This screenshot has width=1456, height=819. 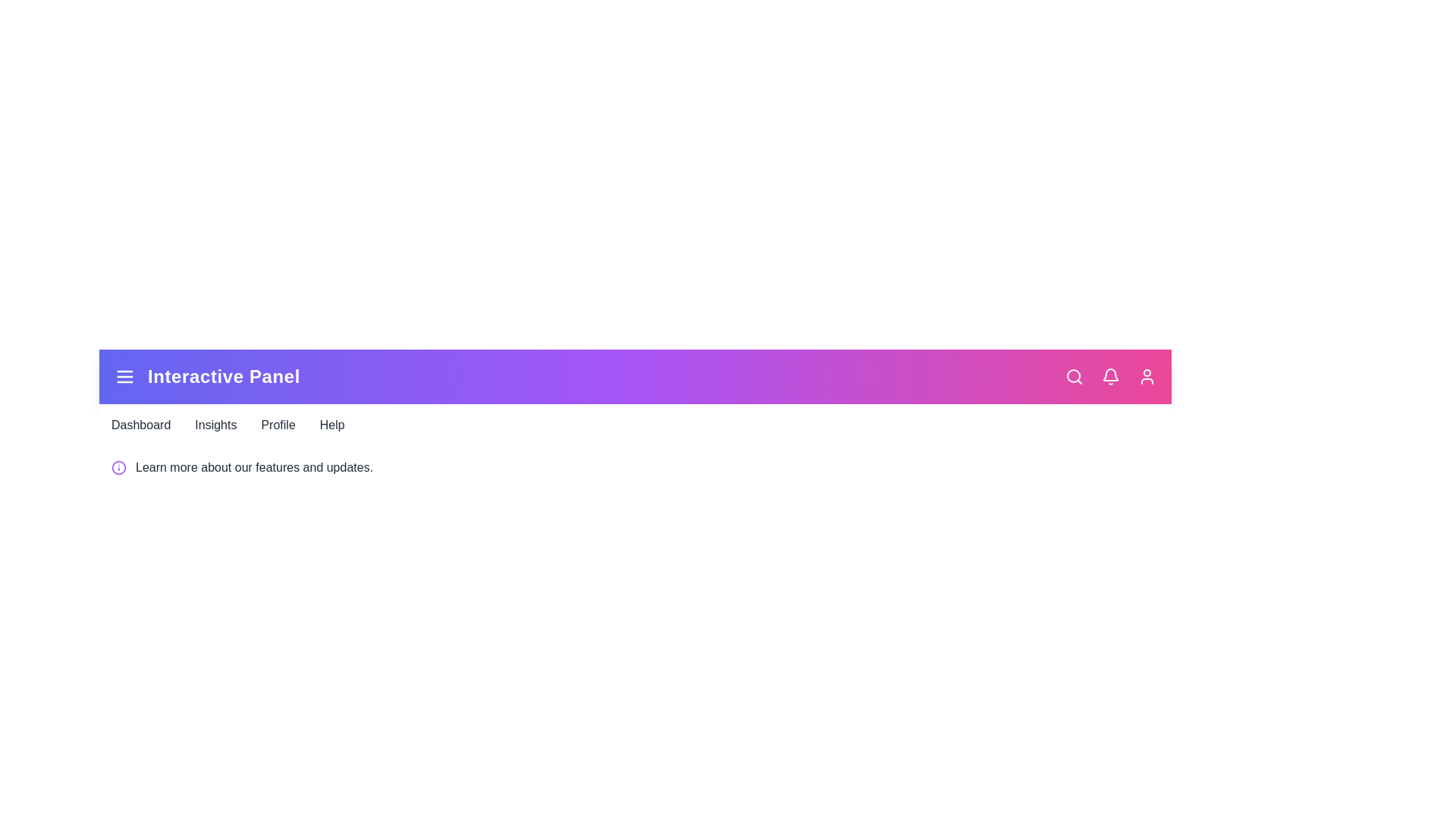 I want to click on the navigation link labeled Help, so click(x=331, y=425).